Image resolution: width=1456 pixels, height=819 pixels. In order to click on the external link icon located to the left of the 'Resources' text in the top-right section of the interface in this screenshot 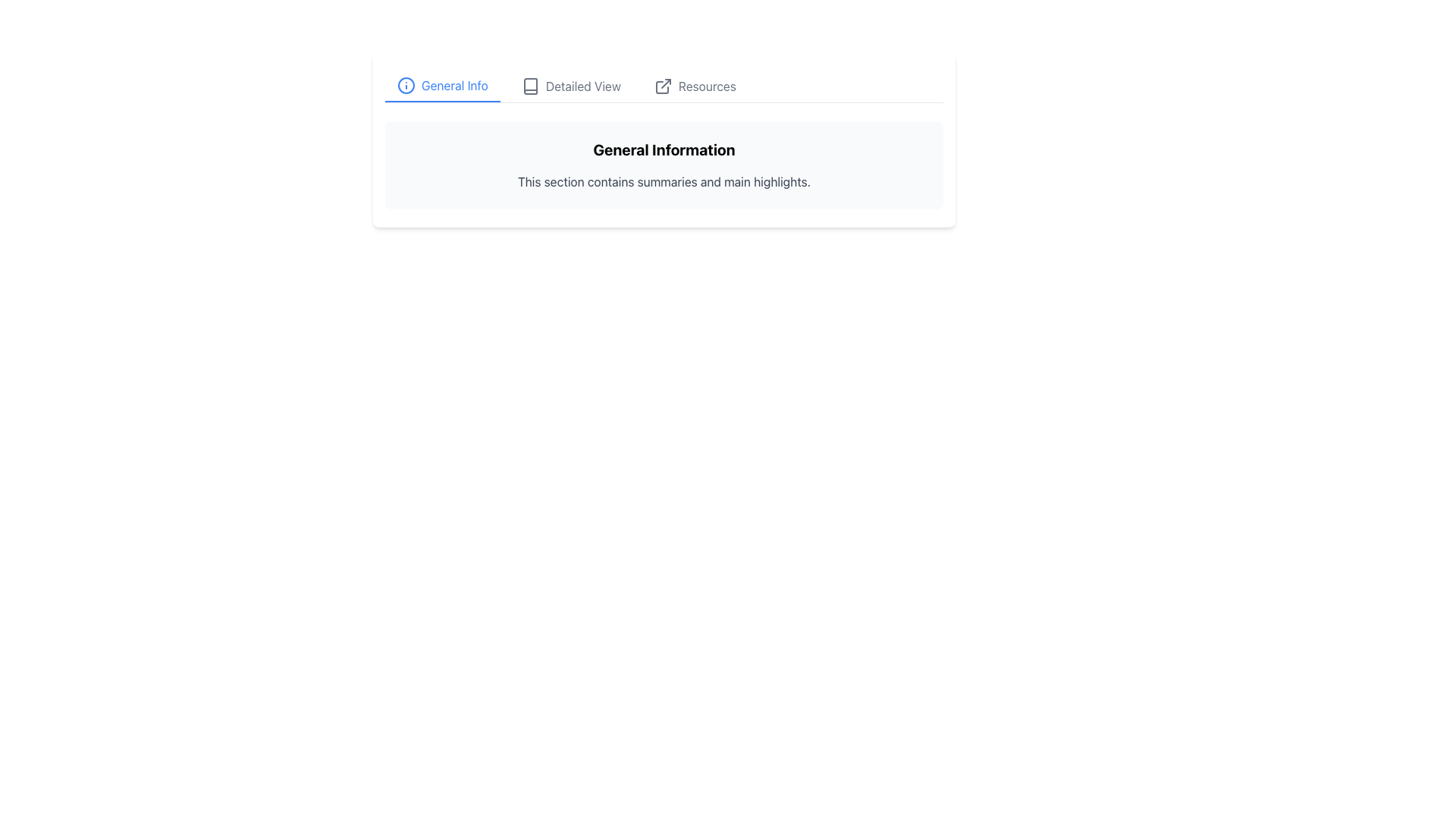, I will do `click(663, 86)`.